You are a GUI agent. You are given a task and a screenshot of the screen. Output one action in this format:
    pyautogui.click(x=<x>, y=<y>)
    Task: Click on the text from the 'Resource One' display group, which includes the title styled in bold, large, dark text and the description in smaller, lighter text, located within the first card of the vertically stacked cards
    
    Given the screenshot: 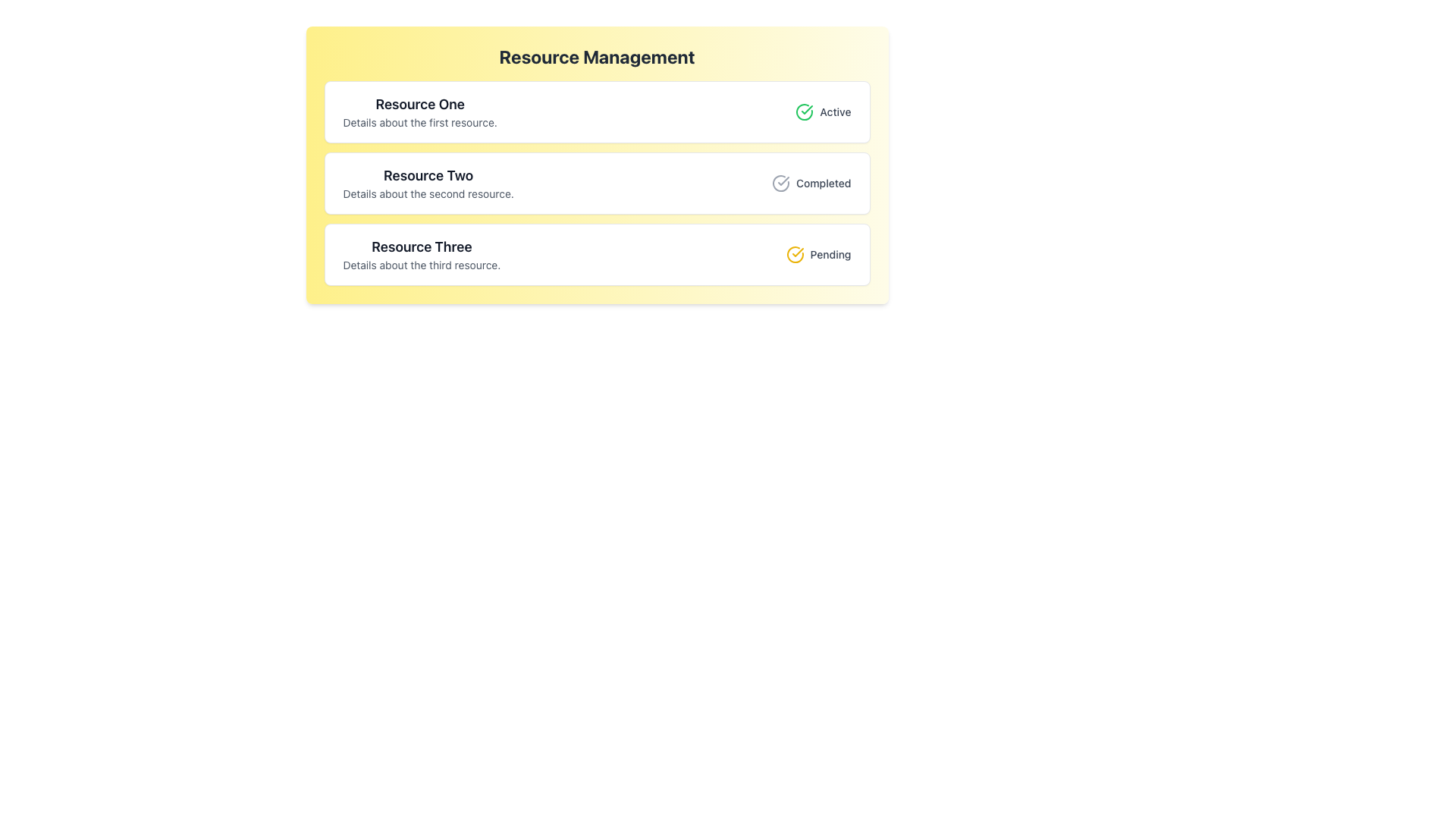 What is the action you would take?
    pyautogui.click(x=420, y=111)
    